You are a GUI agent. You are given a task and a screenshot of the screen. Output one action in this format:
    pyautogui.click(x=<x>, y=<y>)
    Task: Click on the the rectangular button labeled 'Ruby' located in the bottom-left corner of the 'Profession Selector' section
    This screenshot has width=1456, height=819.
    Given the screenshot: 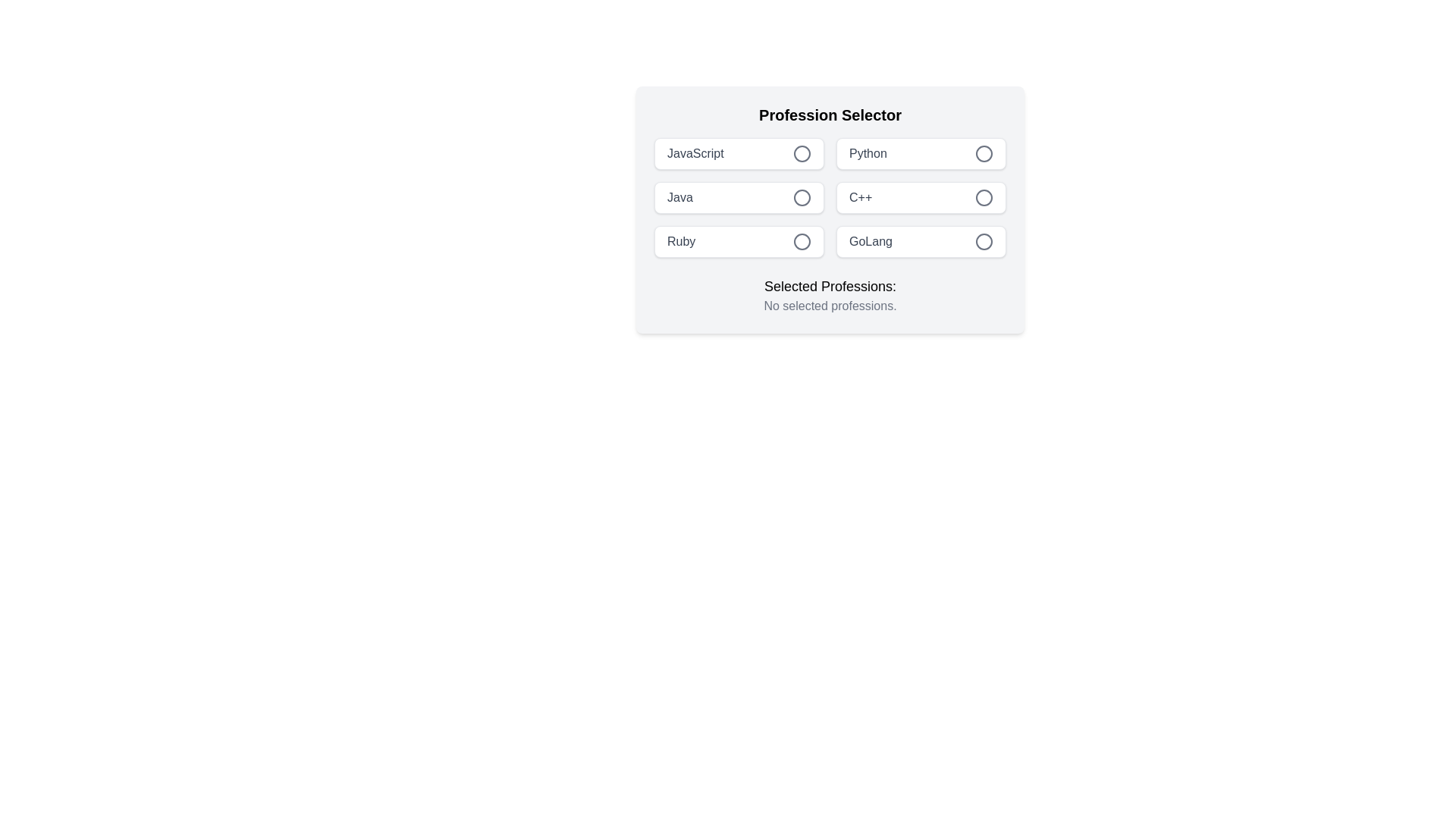 What is the action you would take?
    pyautogui.click(x=739, y=241)
    